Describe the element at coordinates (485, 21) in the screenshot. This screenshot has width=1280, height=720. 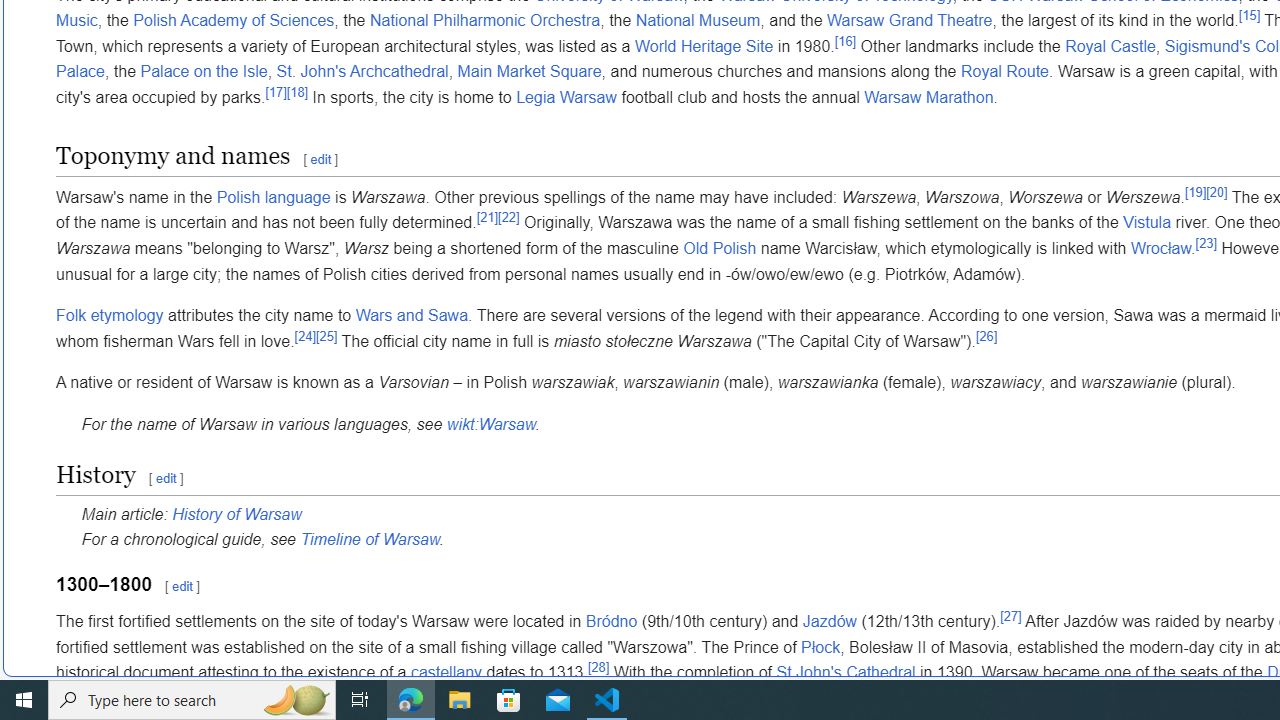
I see `'National Philharmonic Orchestra'` at that location.